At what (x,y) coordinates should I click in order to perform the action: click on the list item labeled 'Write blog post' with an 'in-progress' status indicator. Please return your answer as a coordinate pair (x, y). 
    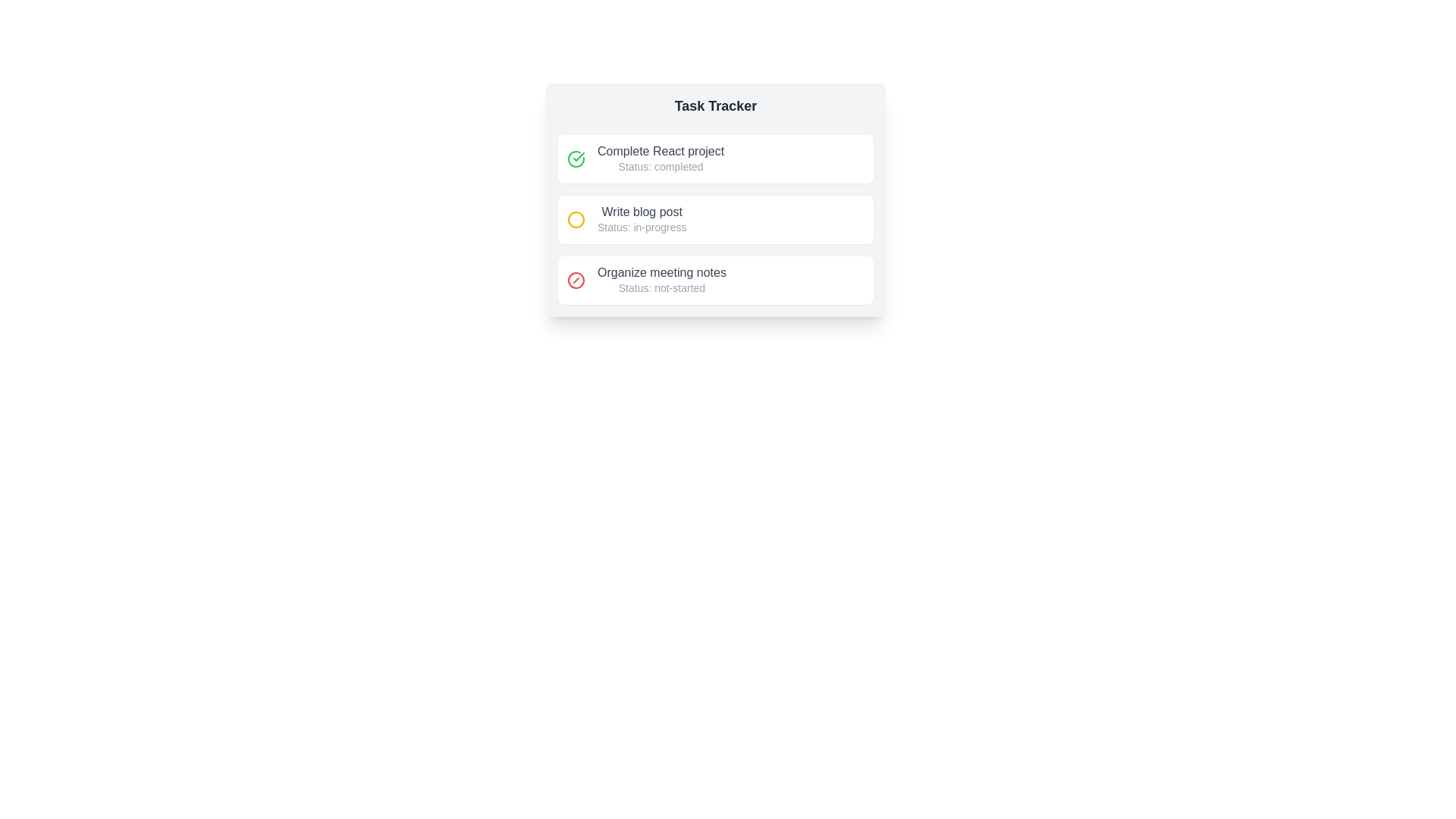
    Looking at the image, I should click on (715, 219).